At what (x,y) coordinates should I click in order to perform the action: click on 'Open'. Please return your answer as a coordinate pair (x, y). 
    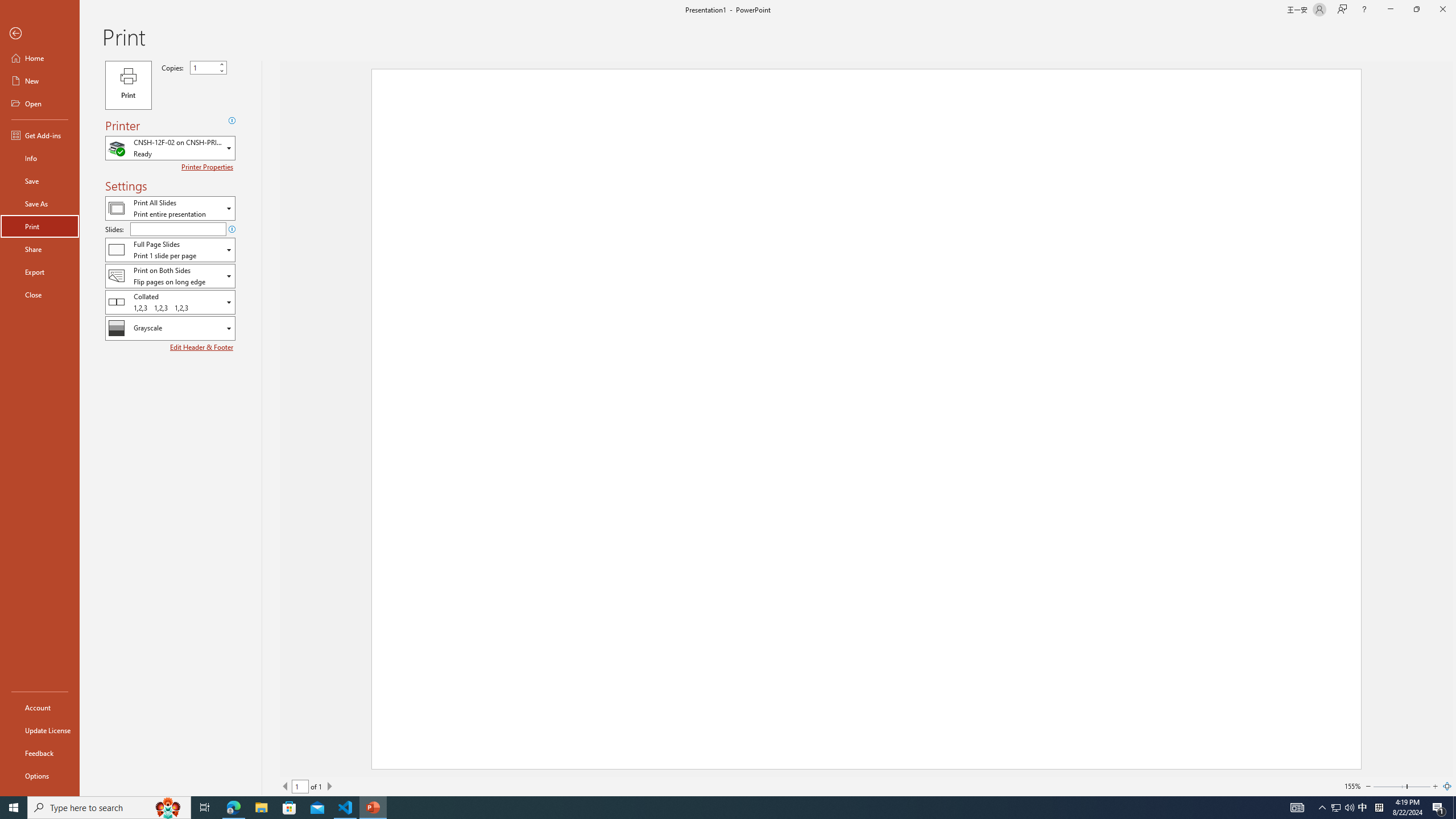
    Looking at the image, I should click on (39, 102).